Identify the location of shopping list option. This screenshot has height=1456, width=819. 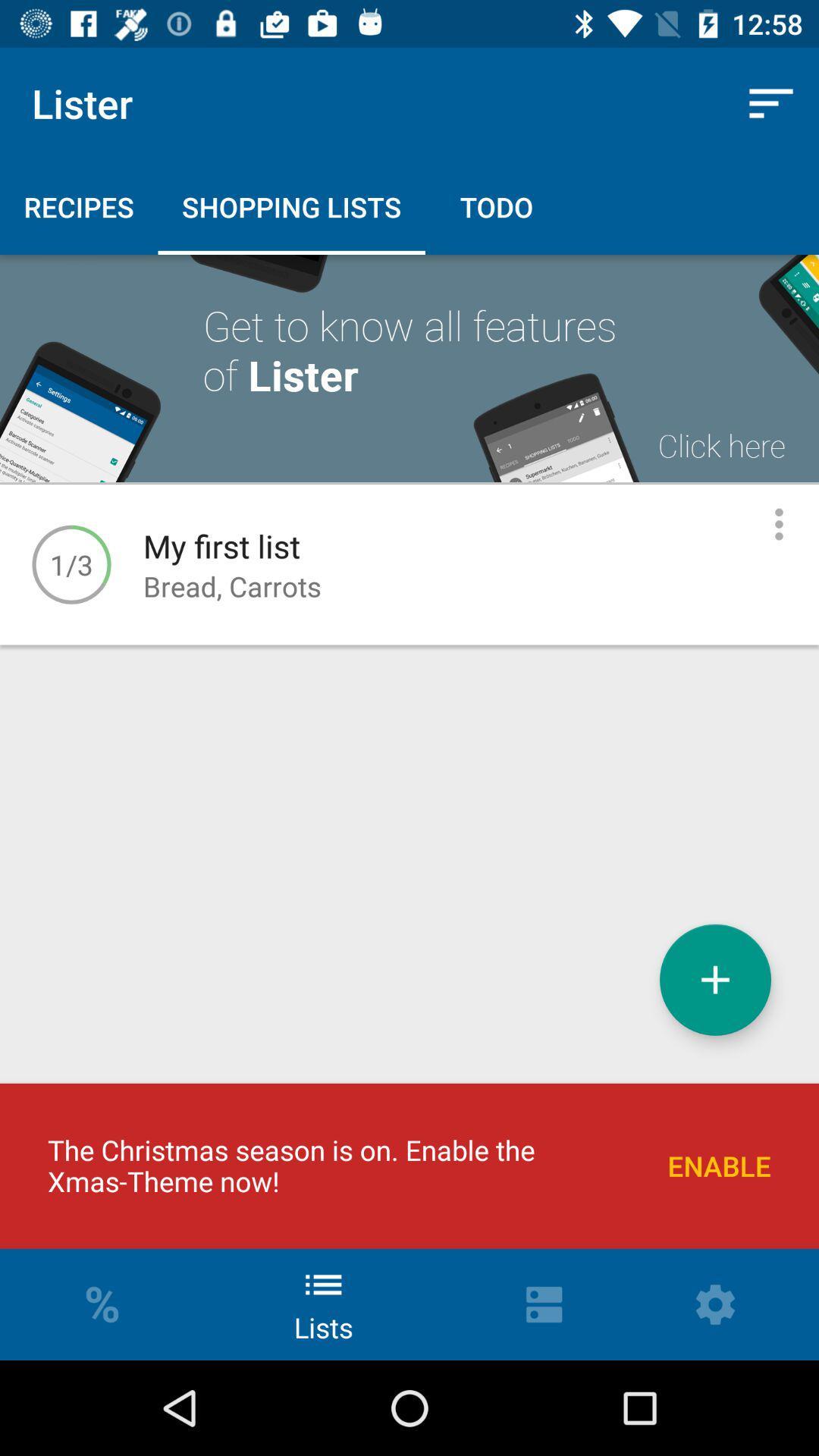
(715, 980).